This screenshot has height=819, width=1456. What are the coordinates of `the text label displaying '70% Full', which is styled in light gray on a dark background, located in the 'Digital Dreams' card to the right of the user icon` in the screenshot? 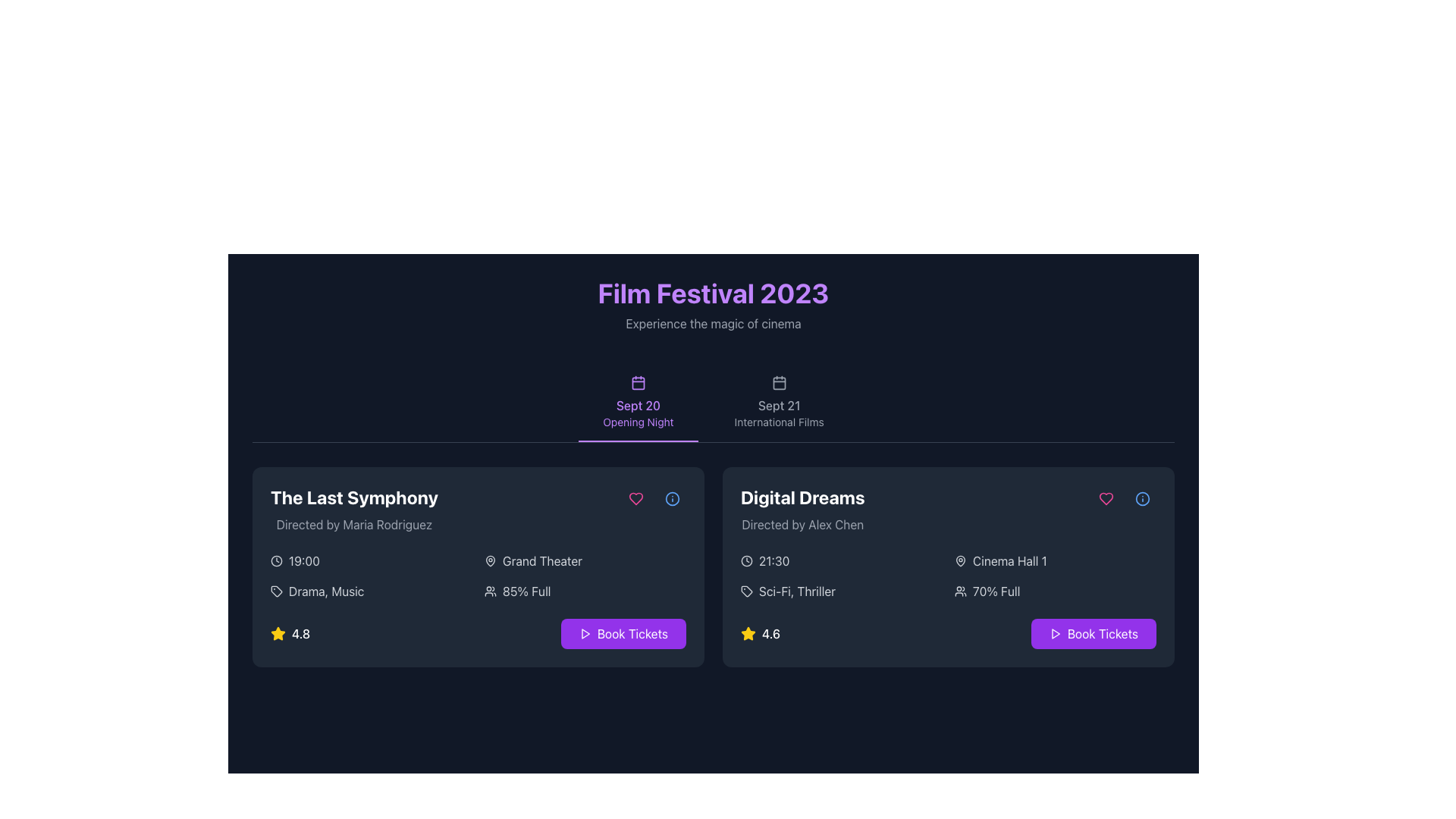 It's located at (996, 590).